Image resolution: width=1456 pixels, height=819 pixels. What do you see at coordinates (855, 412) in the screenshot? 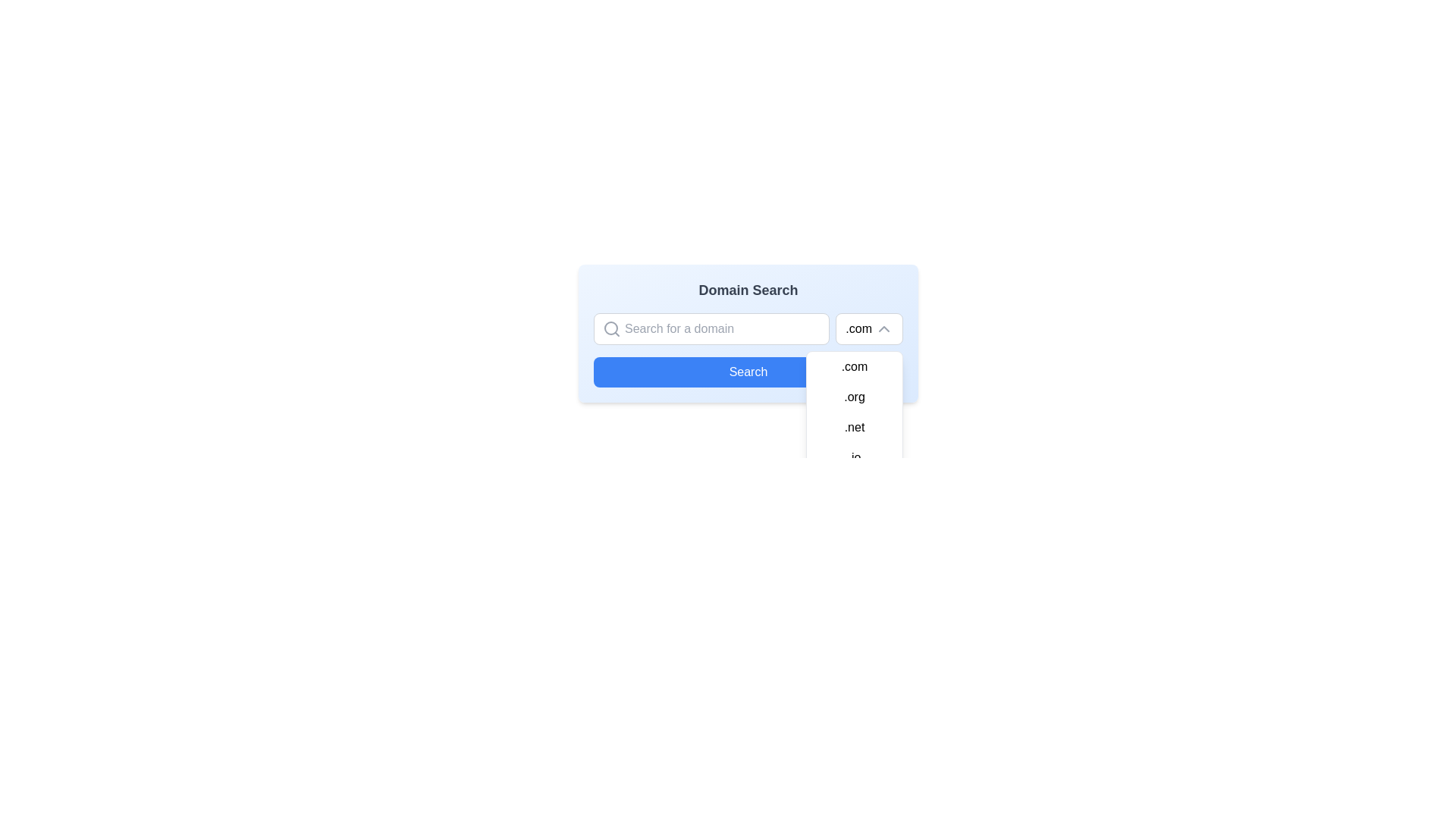
I see `the third item in the domain suffix dropdown menu, which is located below the input field and follows the options '.com' and '.org'` at bounding box center [855, 412].